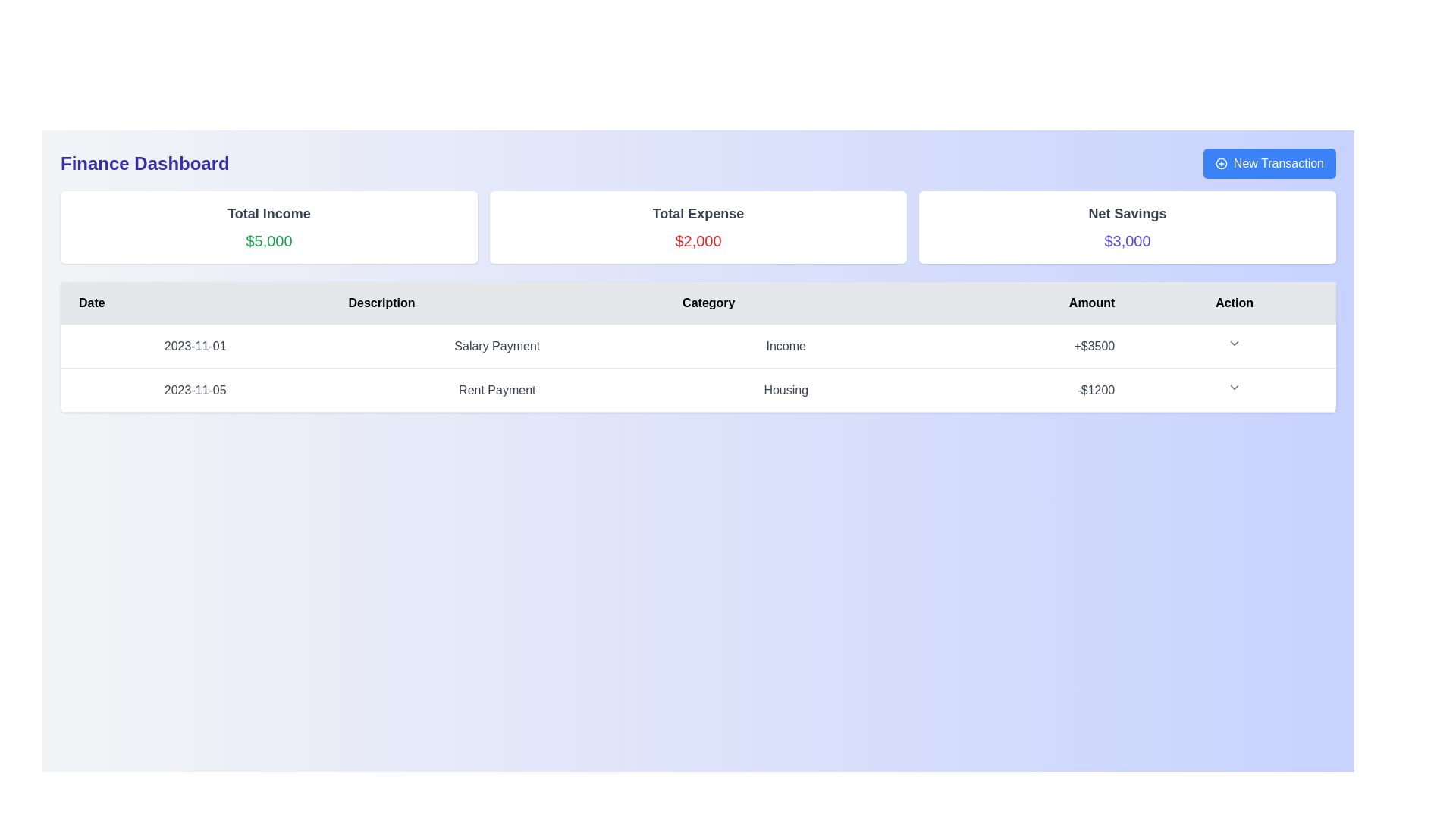  I want to click on the Table header row which contains the texts 'Date', 'Description', 'Category', 'Amount', and 'Action' and has a light gray background, so click(698, 303).